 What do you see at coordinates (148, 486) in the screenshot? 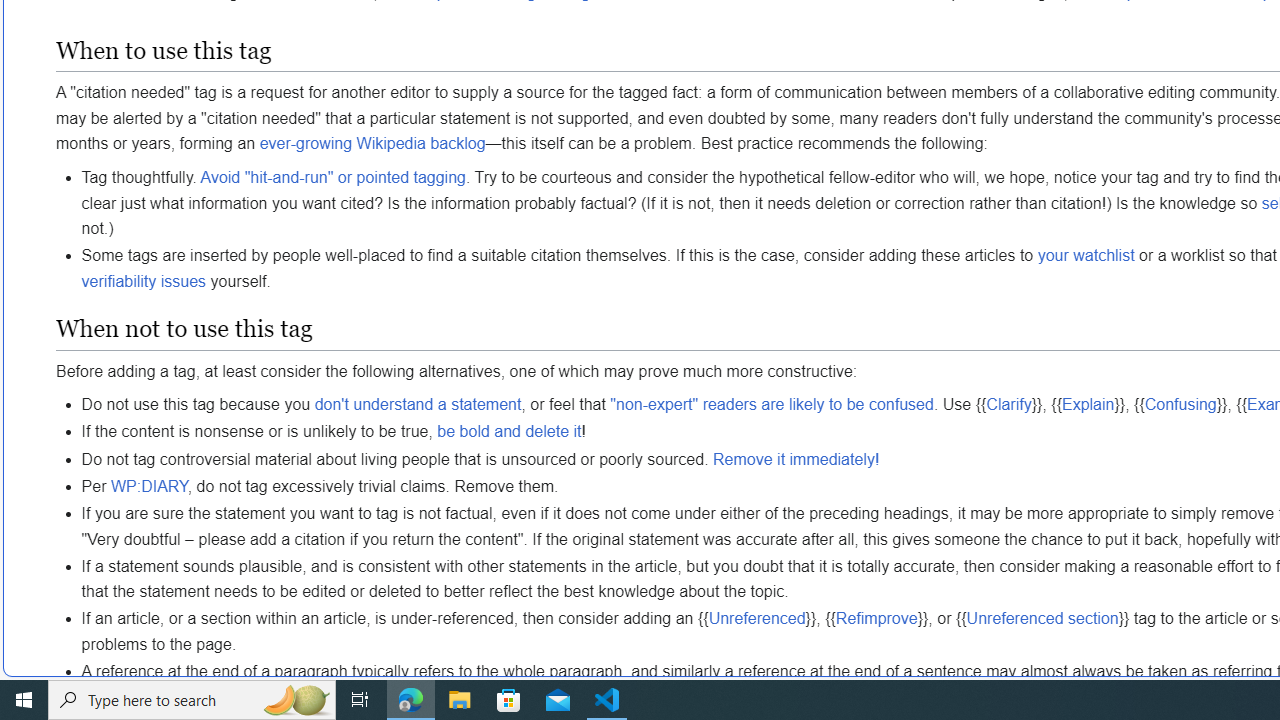
I see `'WP:DIARY'` at bounding box center [148, 486].